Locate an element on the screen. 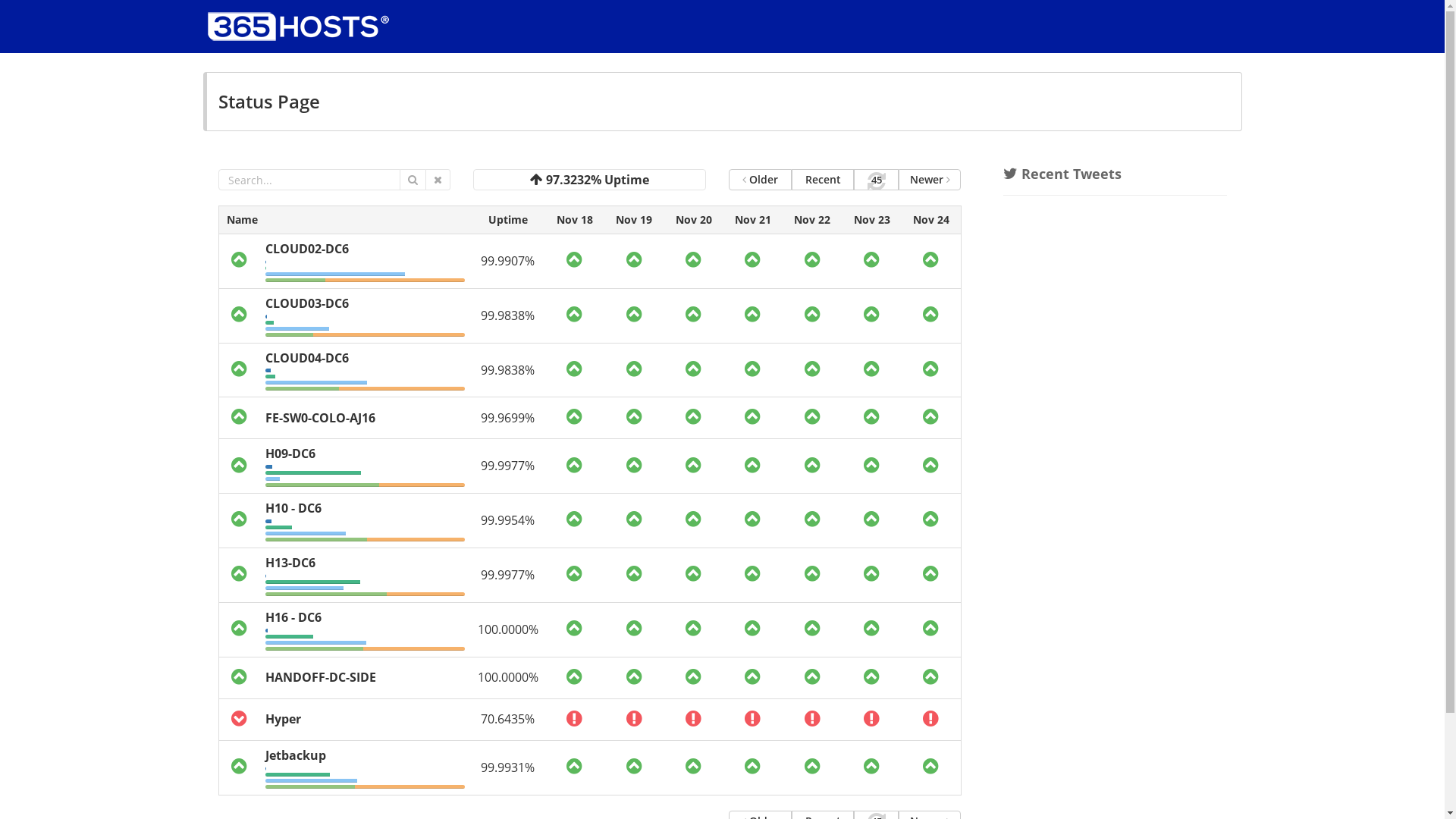  'Jetbackup' is located at coordinates (295, 755).